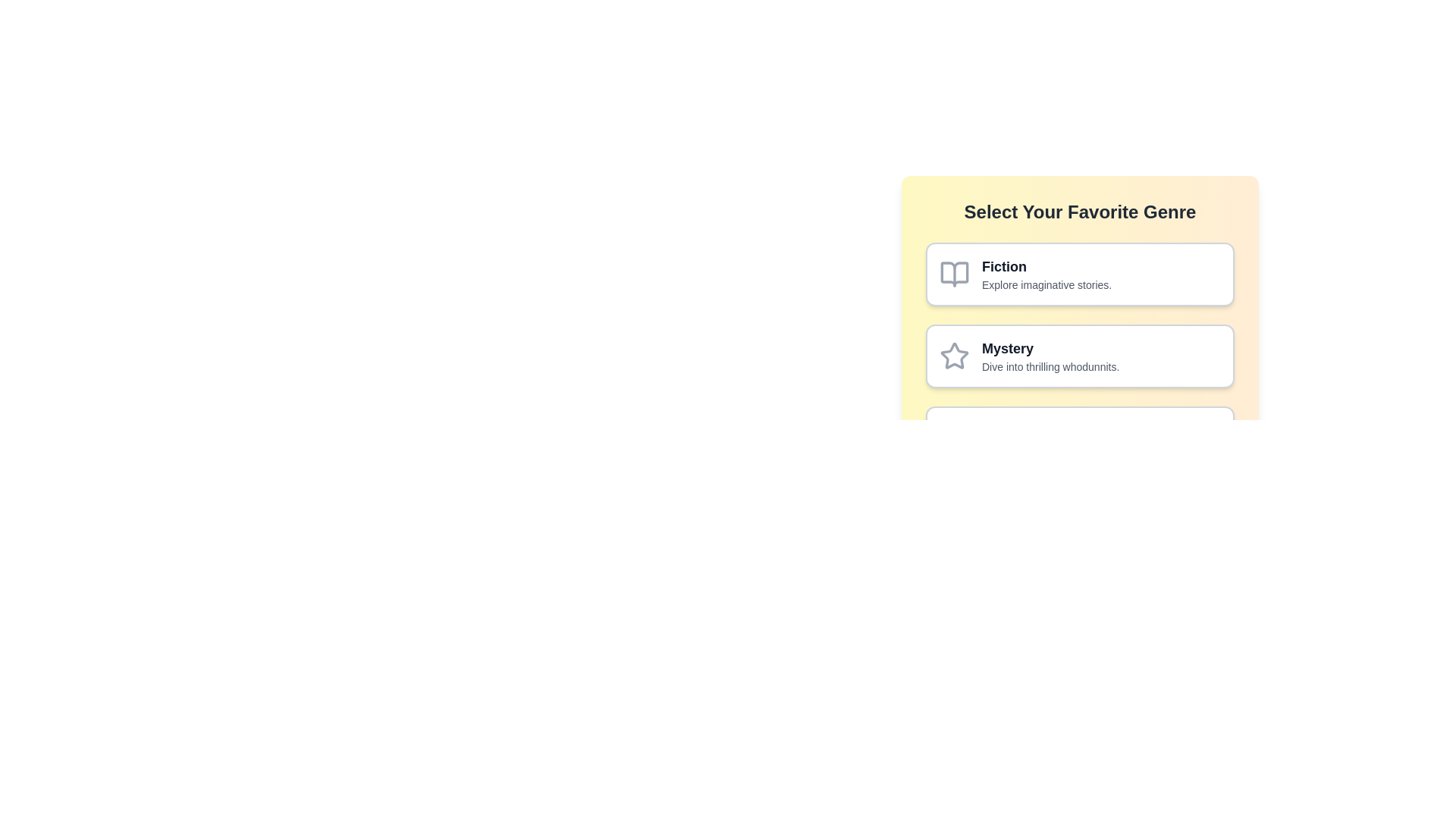 This screenshot has width=1456, height=819. I want to click on the gray text label reading 'Explore imaginative stories.' located beneath the 'Fiction' heading in the genre selection list, so click(1046, 284).